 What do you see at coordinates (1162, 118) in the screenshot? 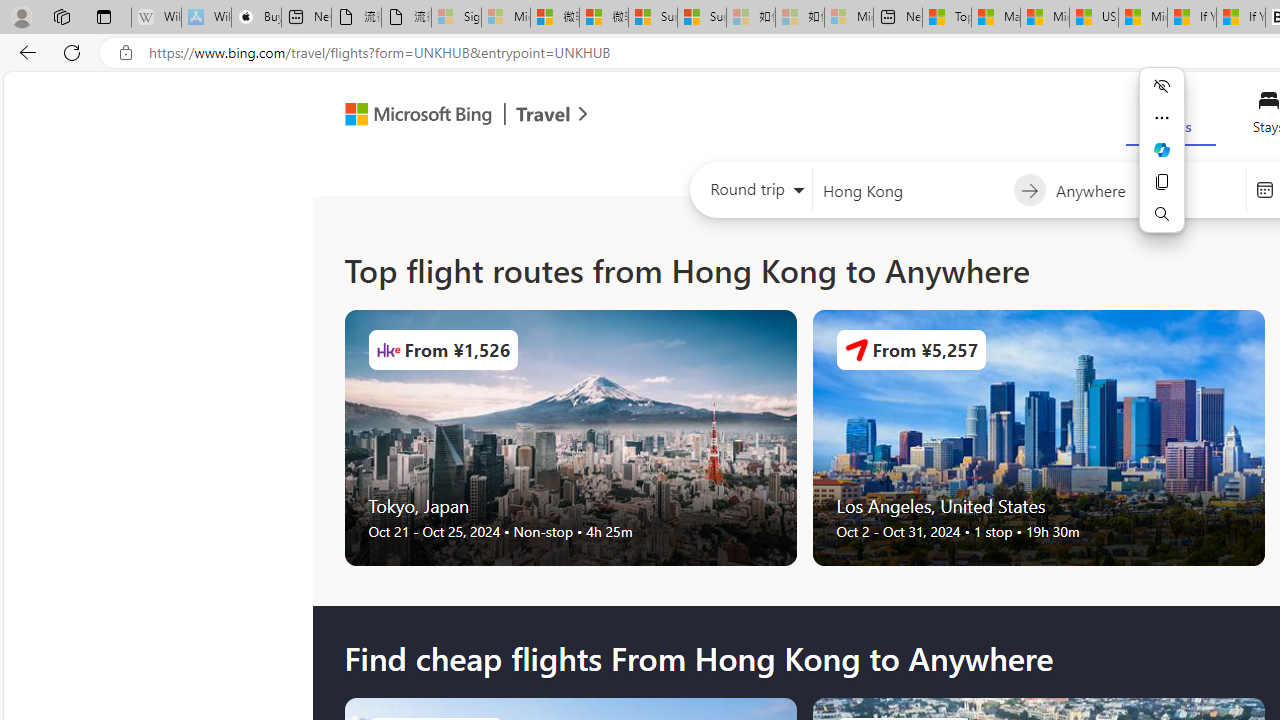
I see `'More actions'` at bounding box center [1162, 118].